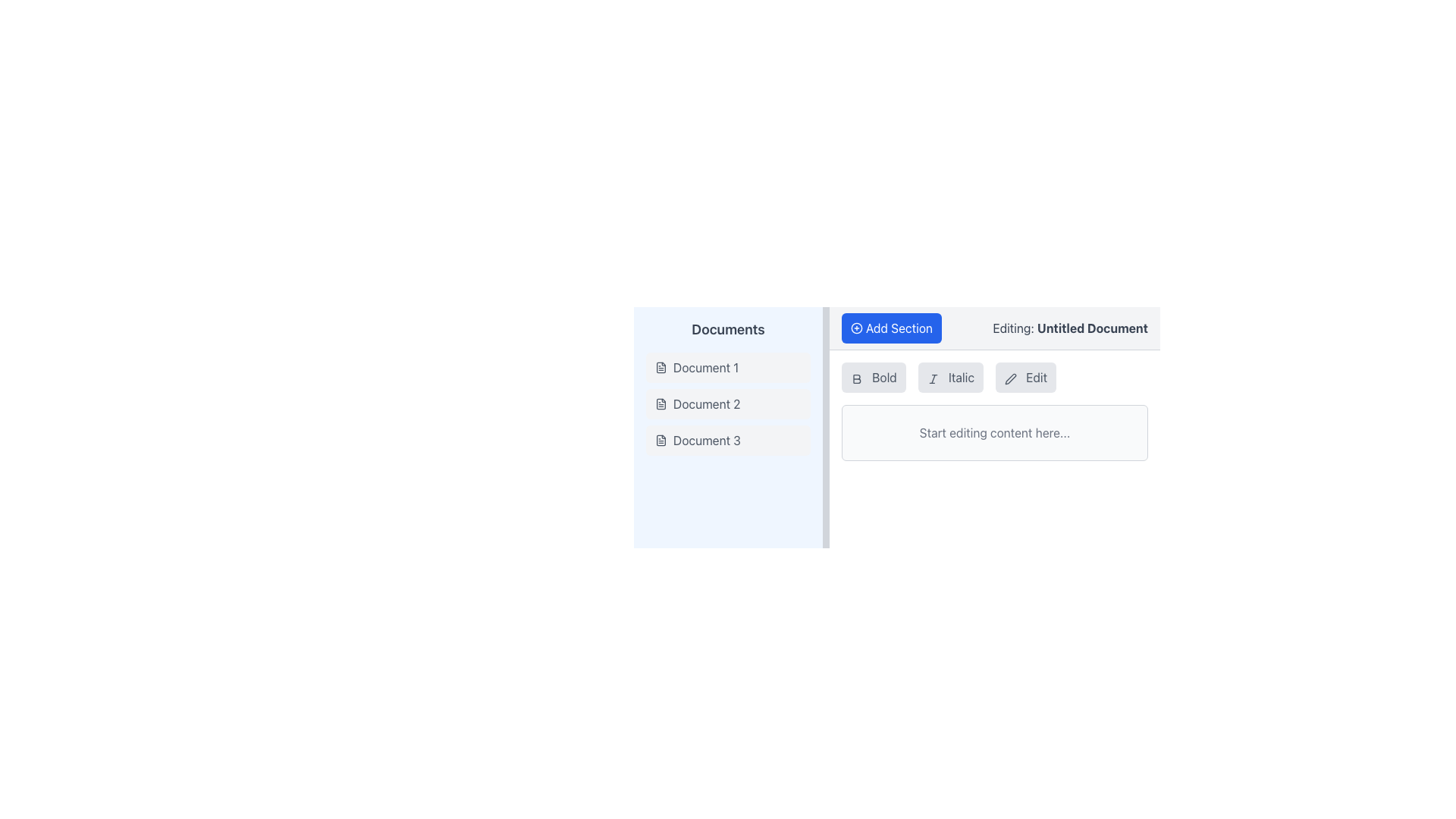 The image size is (1456, 819). What do you see at coordinates (856, 327) in the screenshot?
I see `the 'Add Section' icon located to the left of the blue rectangular 'Add Section' button` at bounding box center [856, 327].